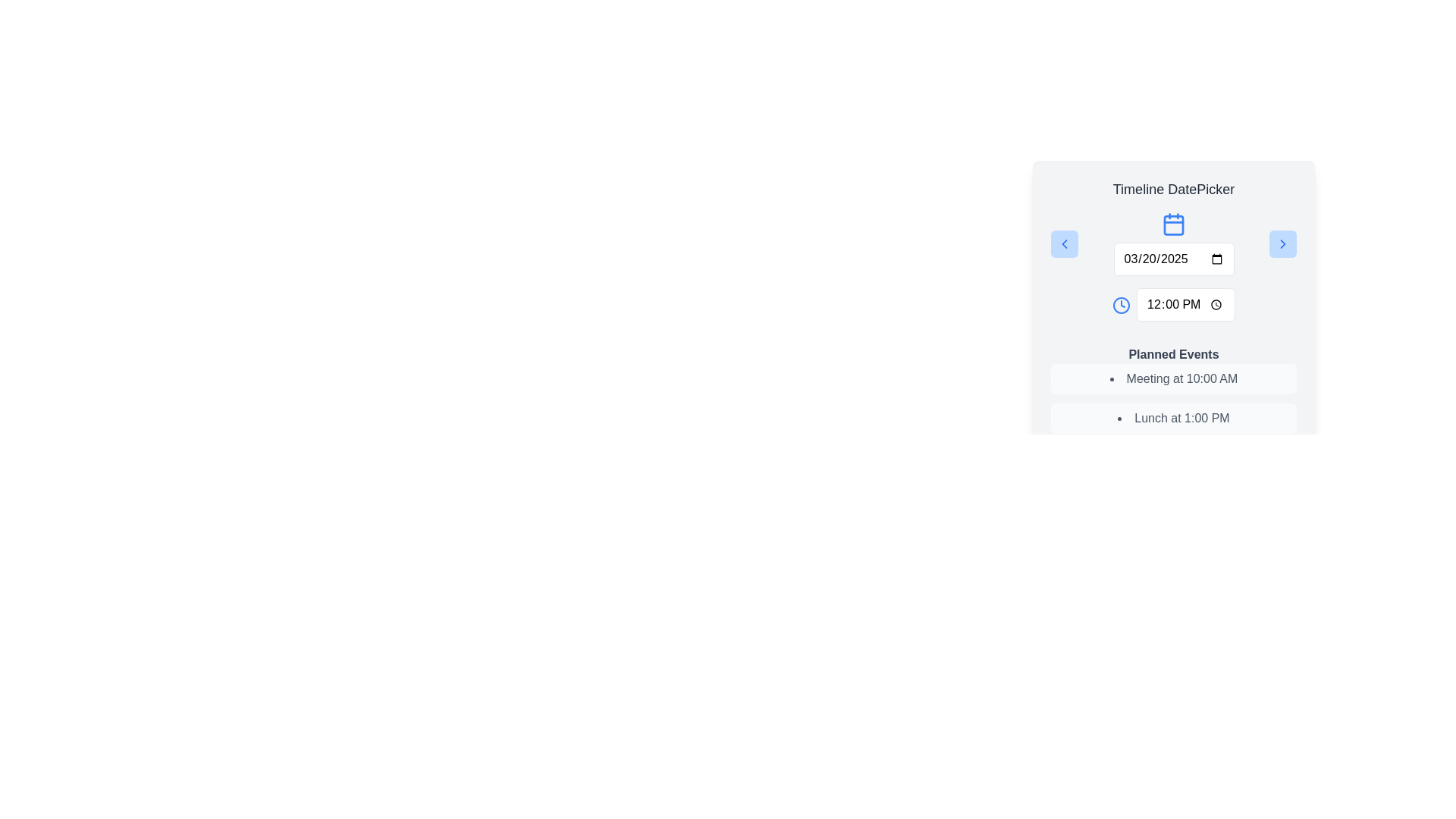 This screenshot has width=1456, height=819. I want to click on the circular blue button with a left-facing arrow chevron located to the left of the date field in the date picker header, so click(1063, 243).